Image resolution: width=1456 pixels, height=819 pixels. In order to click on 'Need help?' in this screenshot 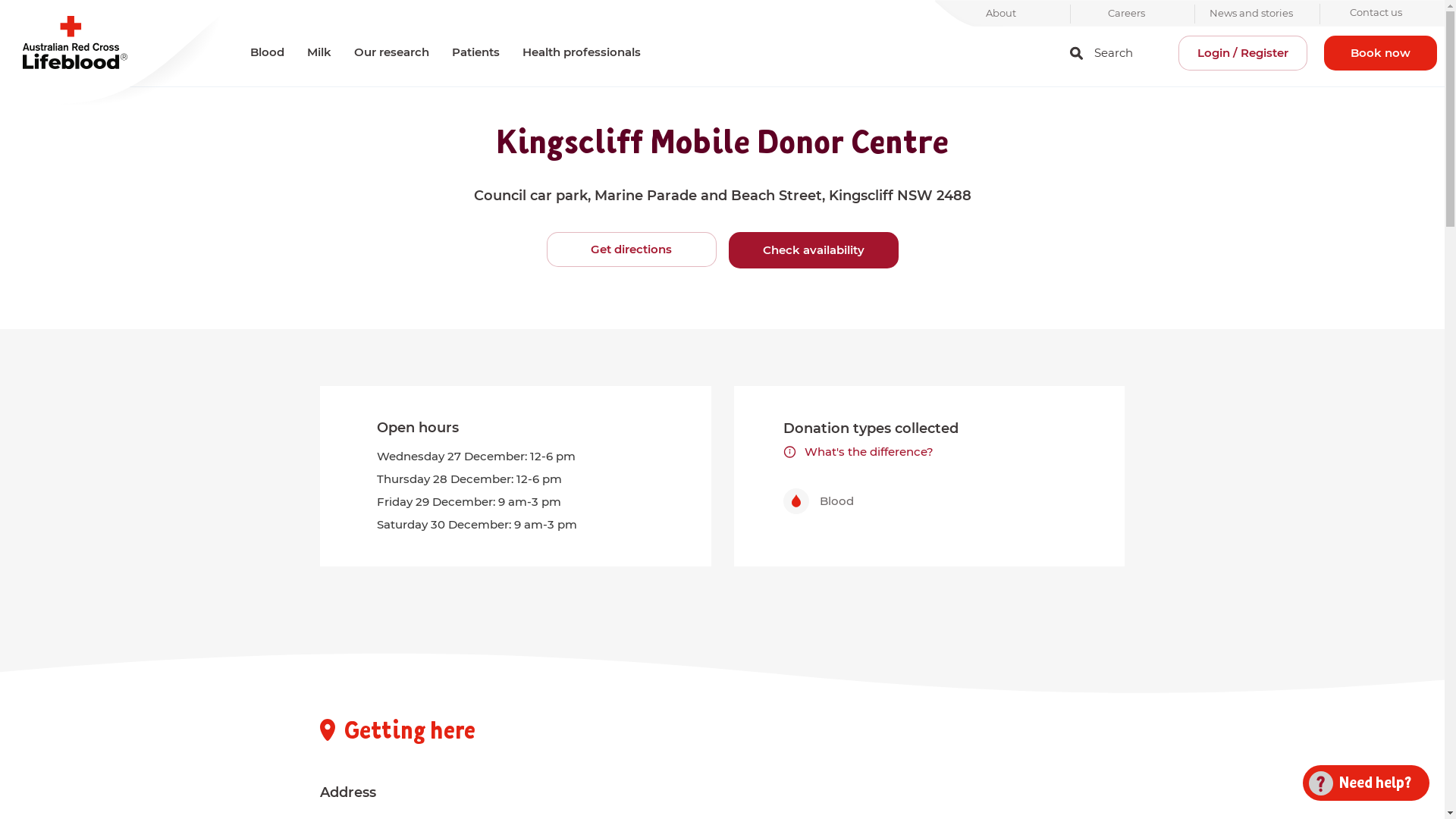, I will do `click(1360, 783)`.